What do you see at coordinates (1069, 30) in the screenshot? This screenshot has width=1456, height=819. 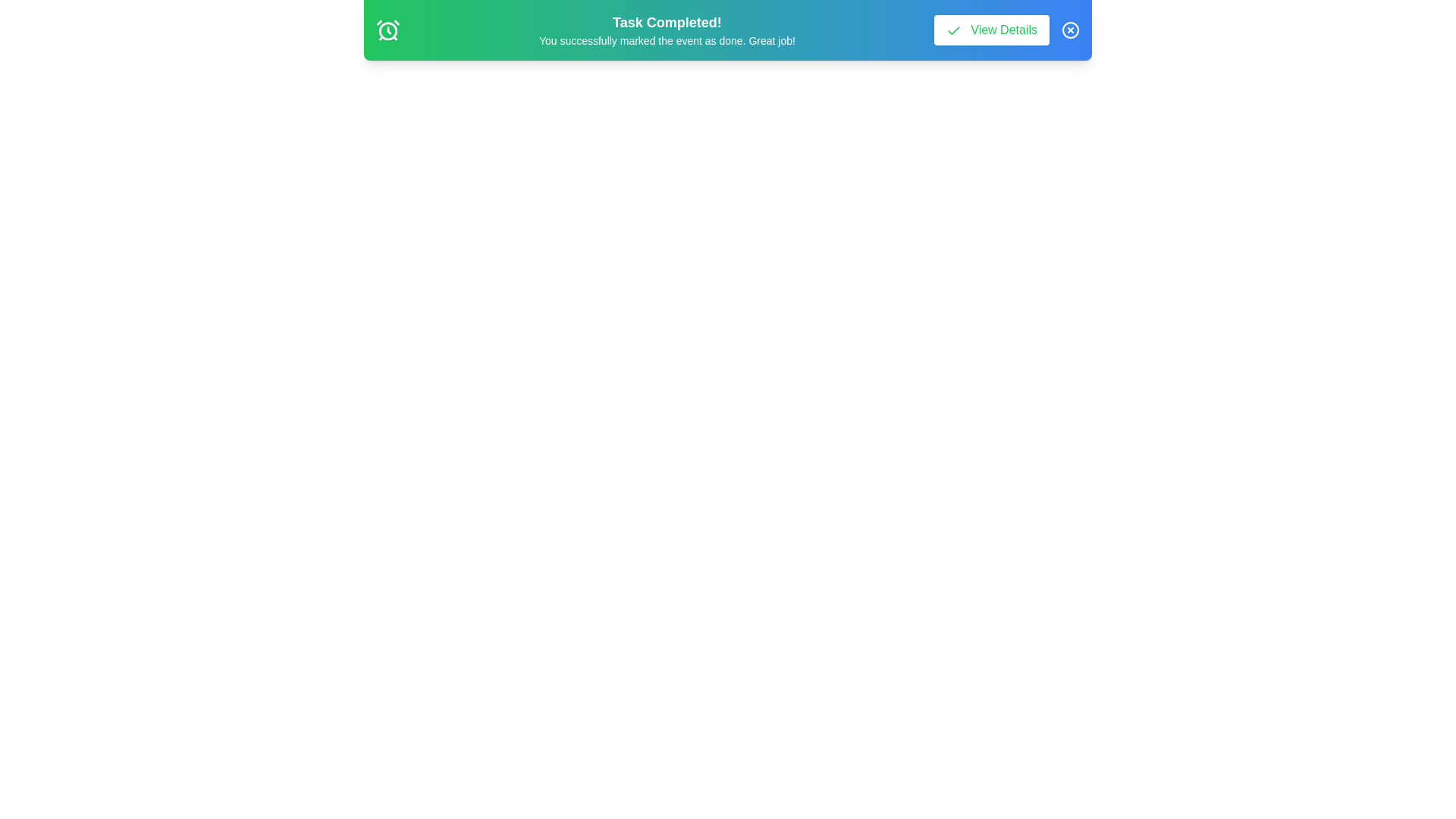 I see `the banner element close_button` at bounding box center [1069, 30].